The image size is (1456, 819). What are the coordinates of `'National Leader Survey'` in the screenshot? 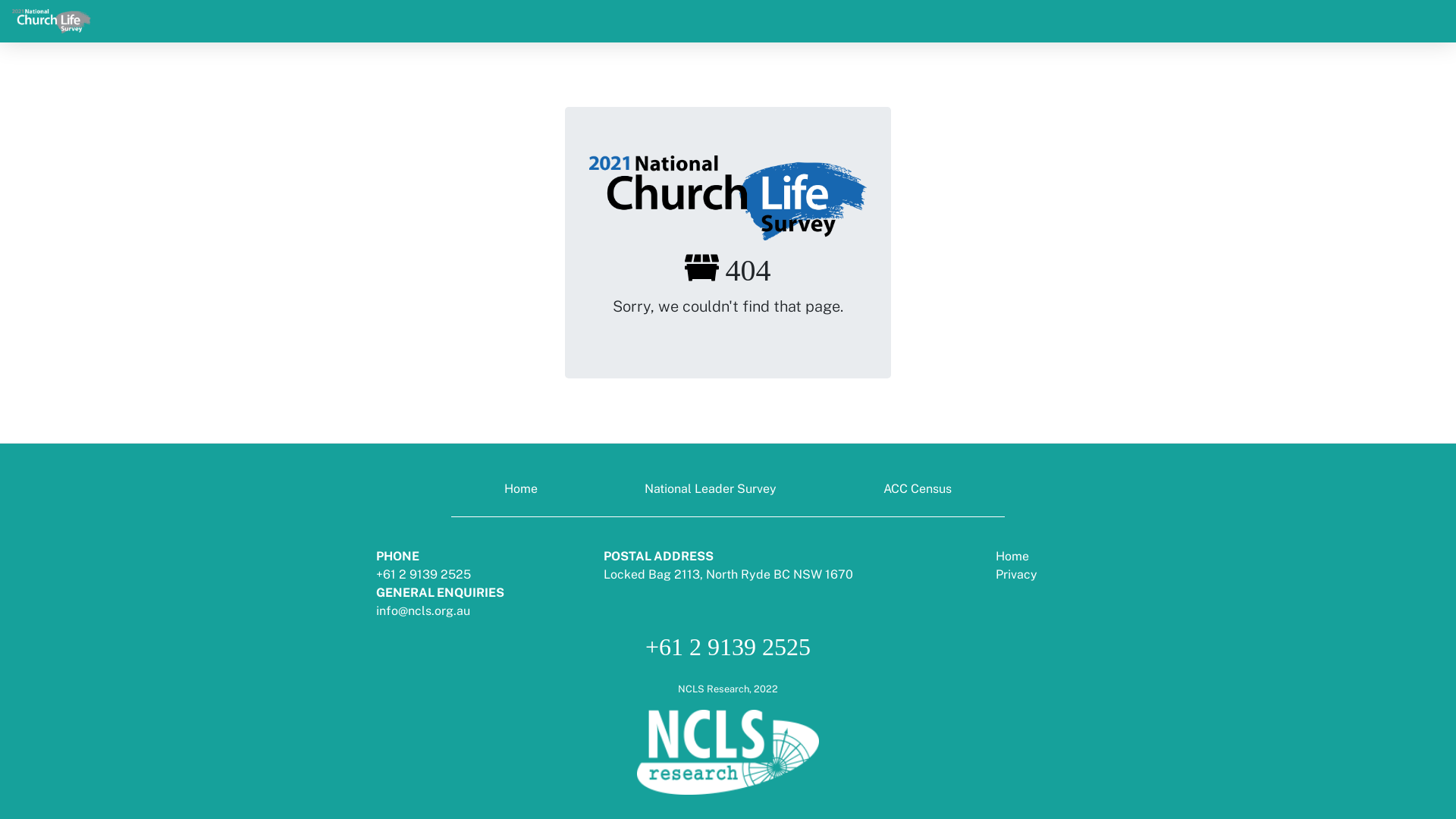 It's located at (709, 488).